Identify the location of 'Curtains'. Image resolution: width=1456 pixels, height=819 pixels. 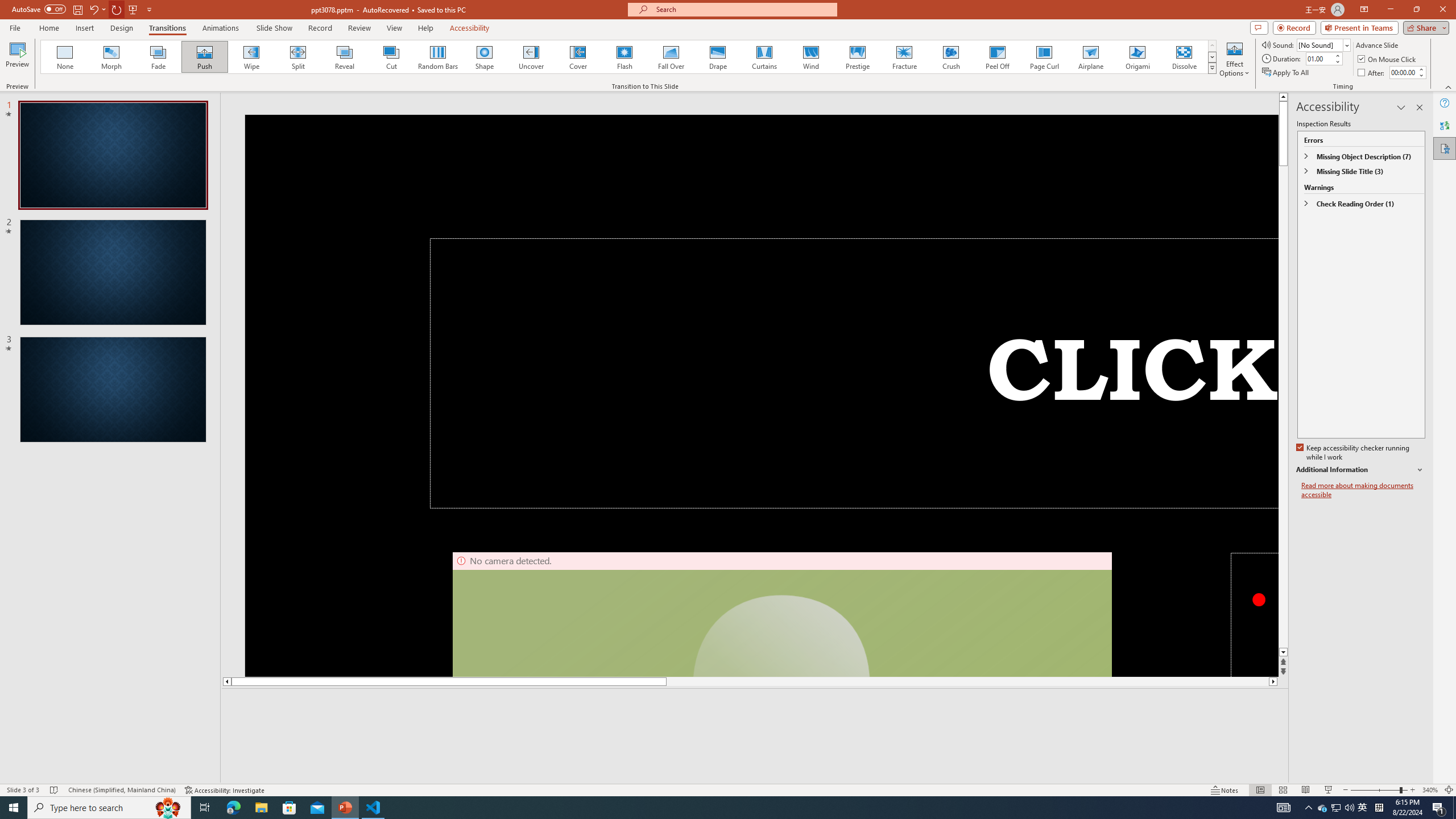
(764, 56).